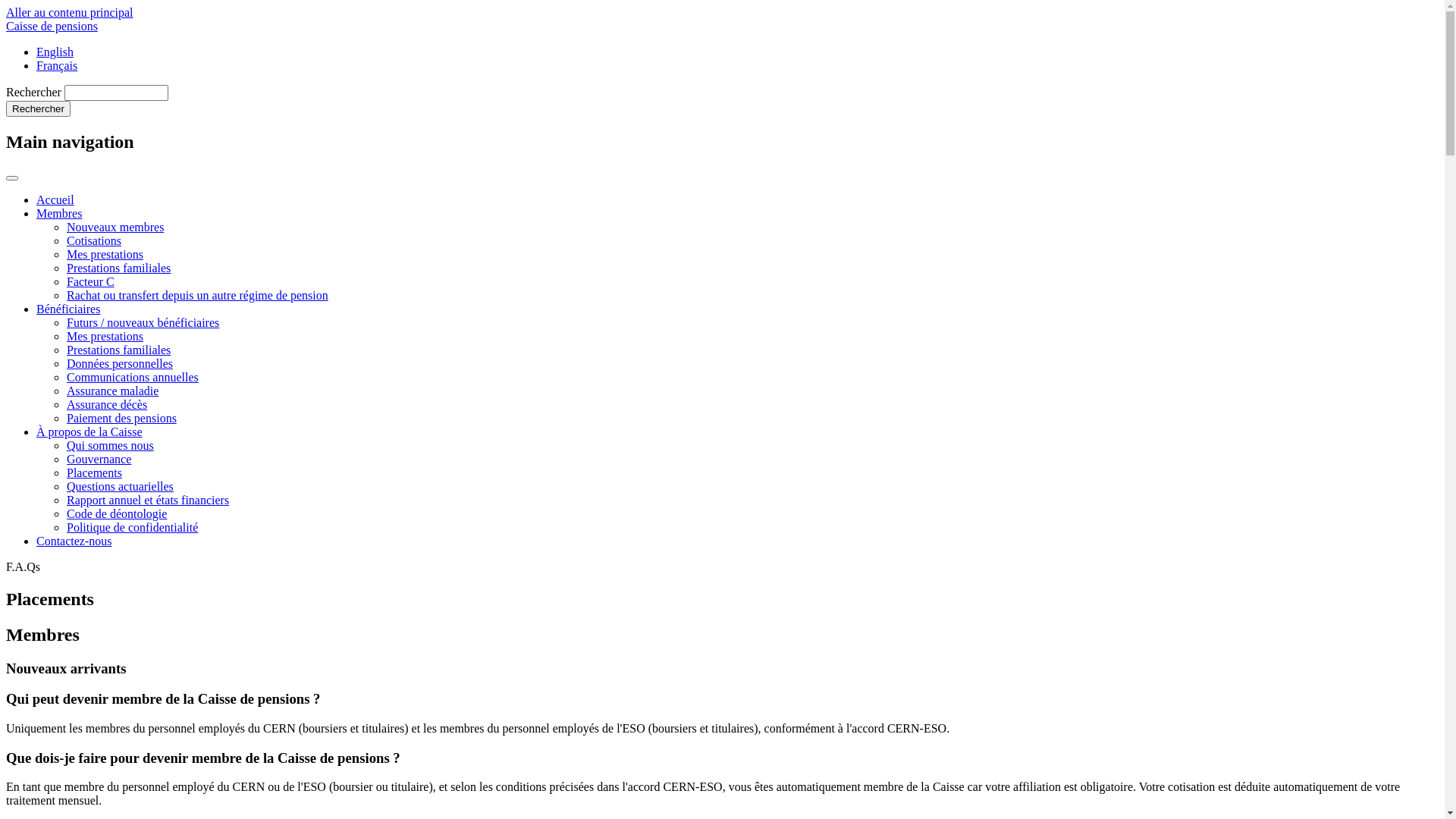  I want to click on 'Gouvernance', so click(98, 458).